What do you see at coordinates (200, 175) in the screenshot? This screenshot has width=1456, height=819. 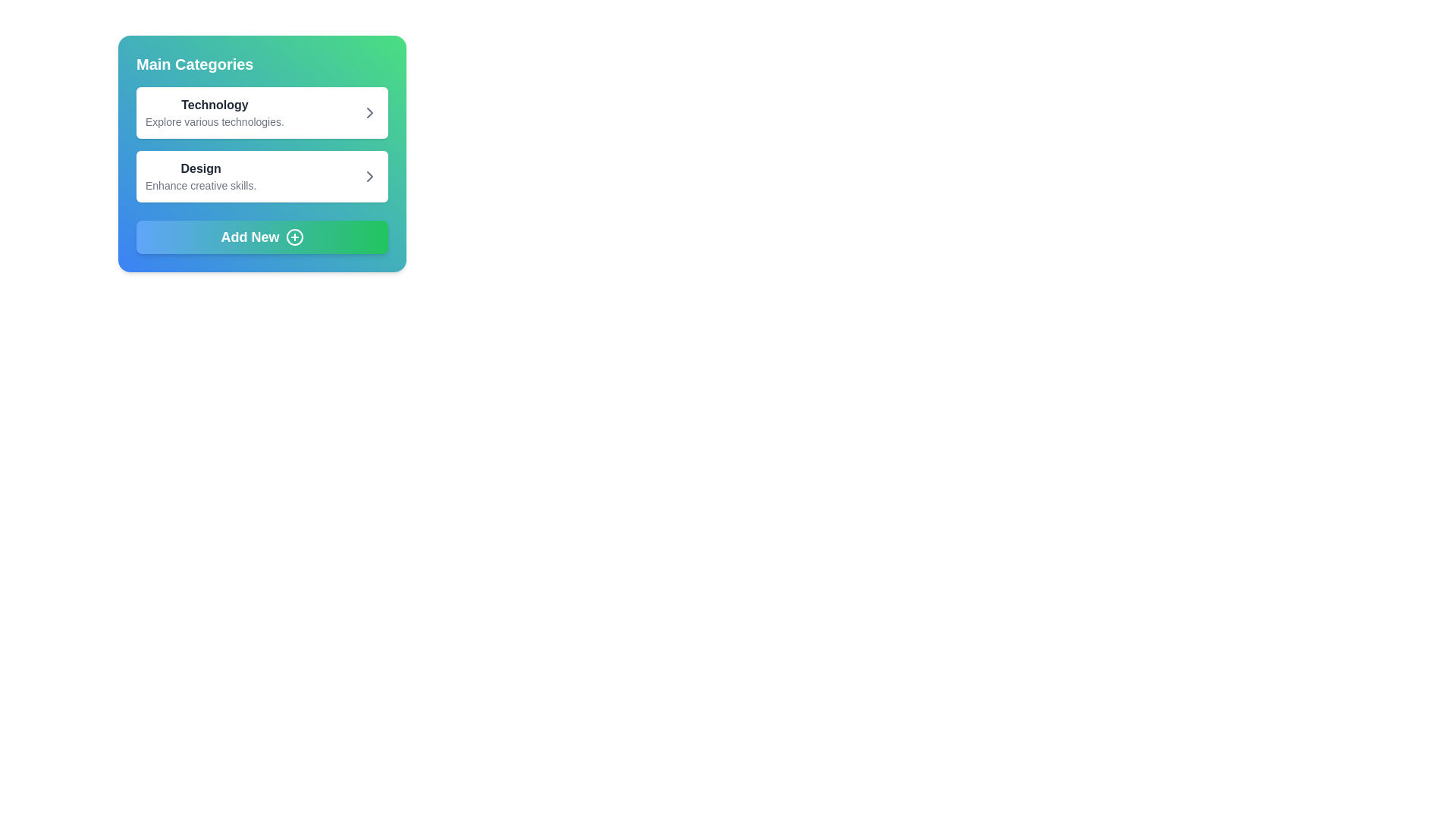 I see `the Text block presenting the category title 'Design' and description 'Enhance creative skills.' which is the second item in the 'Main Categories' list` at bounding box center [200, 175].